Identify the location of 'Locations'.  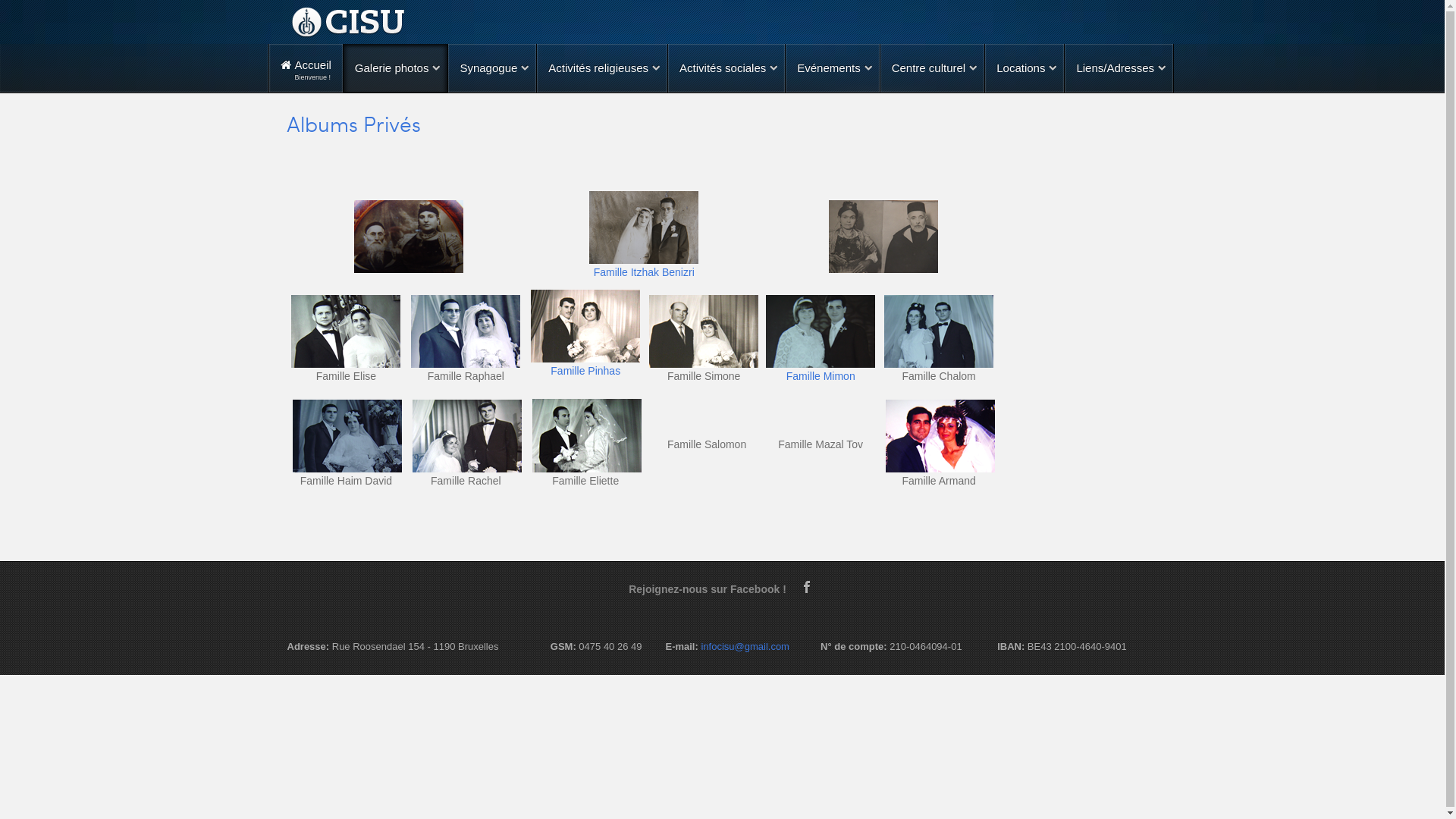
(1024, 67).